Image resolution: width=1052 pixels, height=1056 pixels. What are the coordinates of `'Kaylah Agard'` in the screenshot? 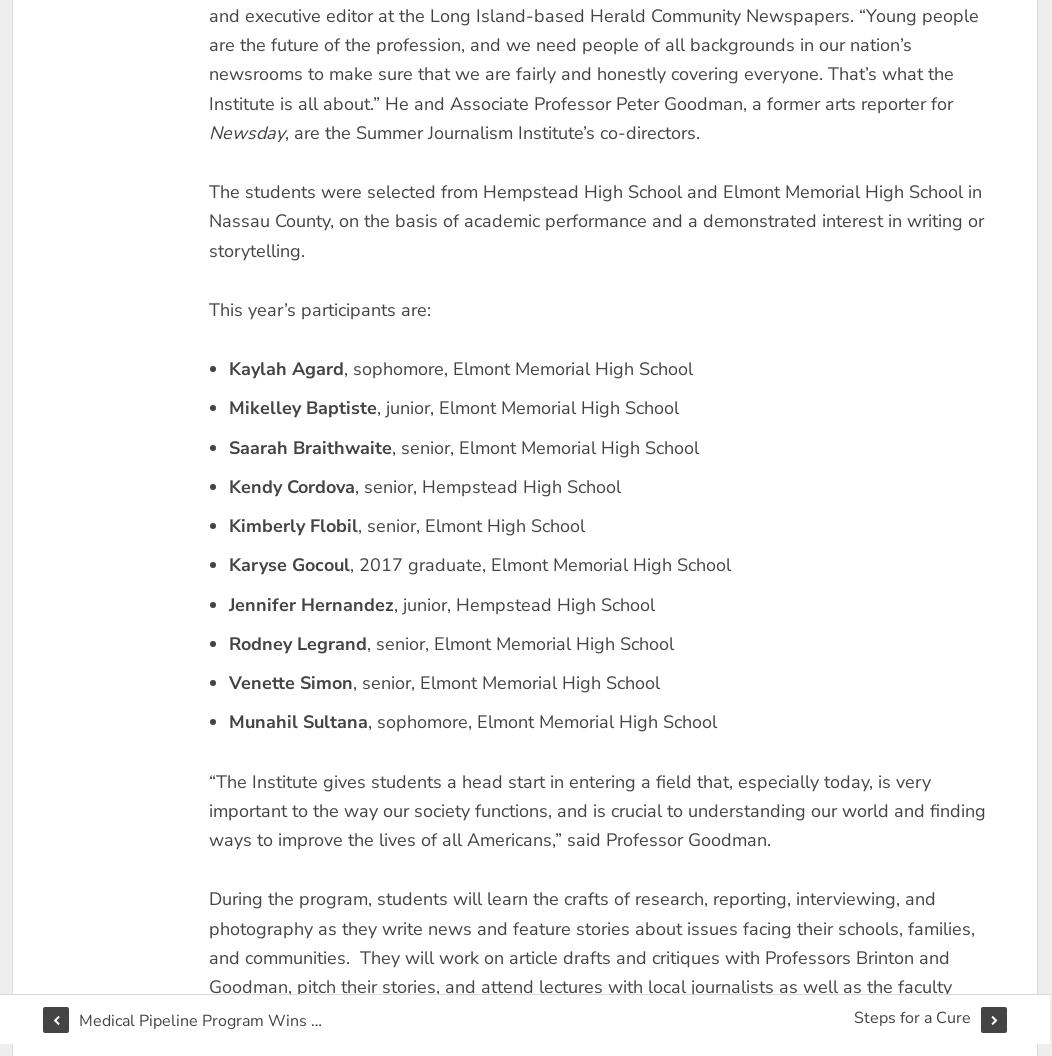 It's located at (285, 367).